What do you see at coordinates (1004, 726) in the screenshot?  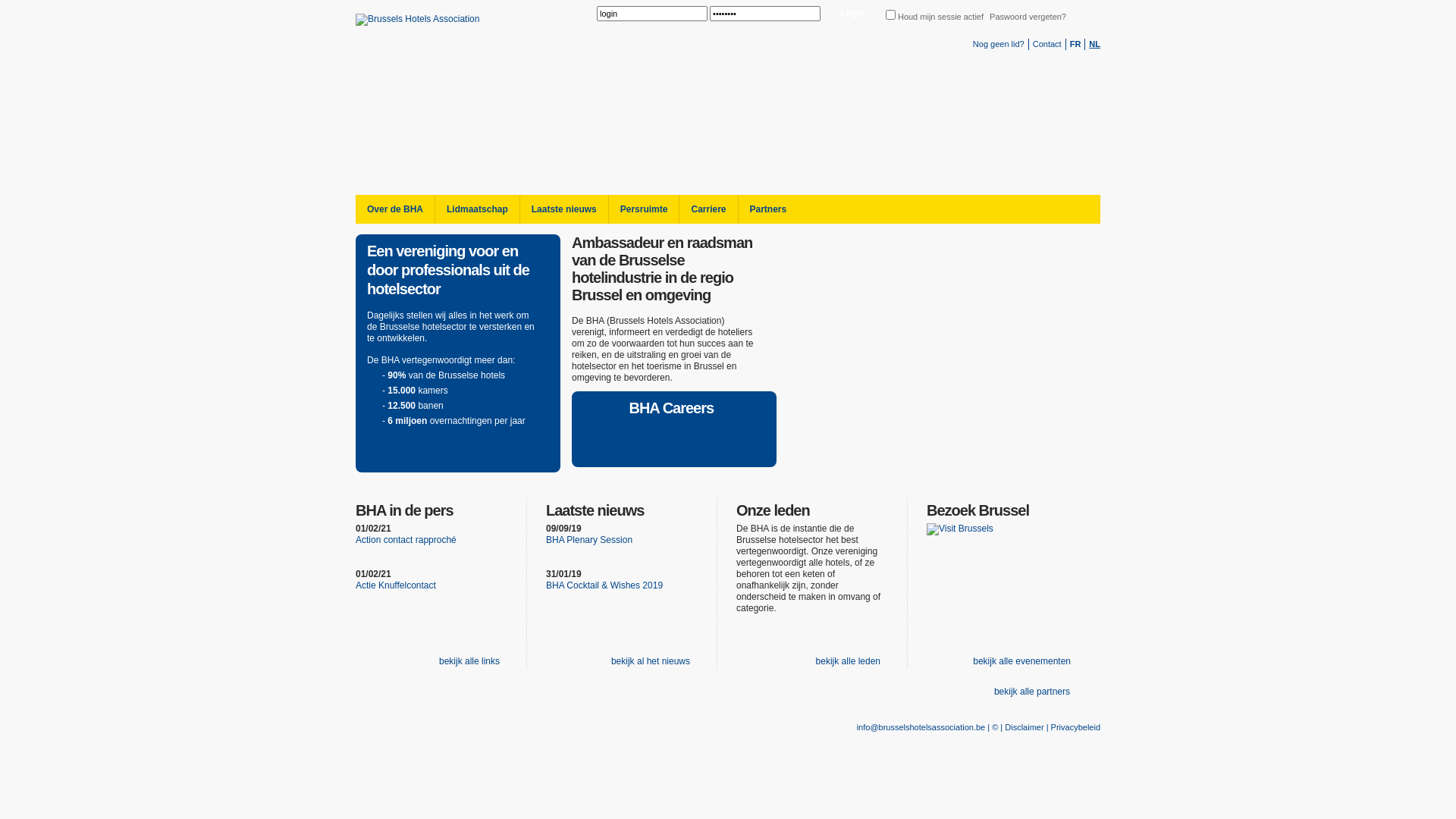 I see `'Disclaimer'` at bounding box center [1004, 726].